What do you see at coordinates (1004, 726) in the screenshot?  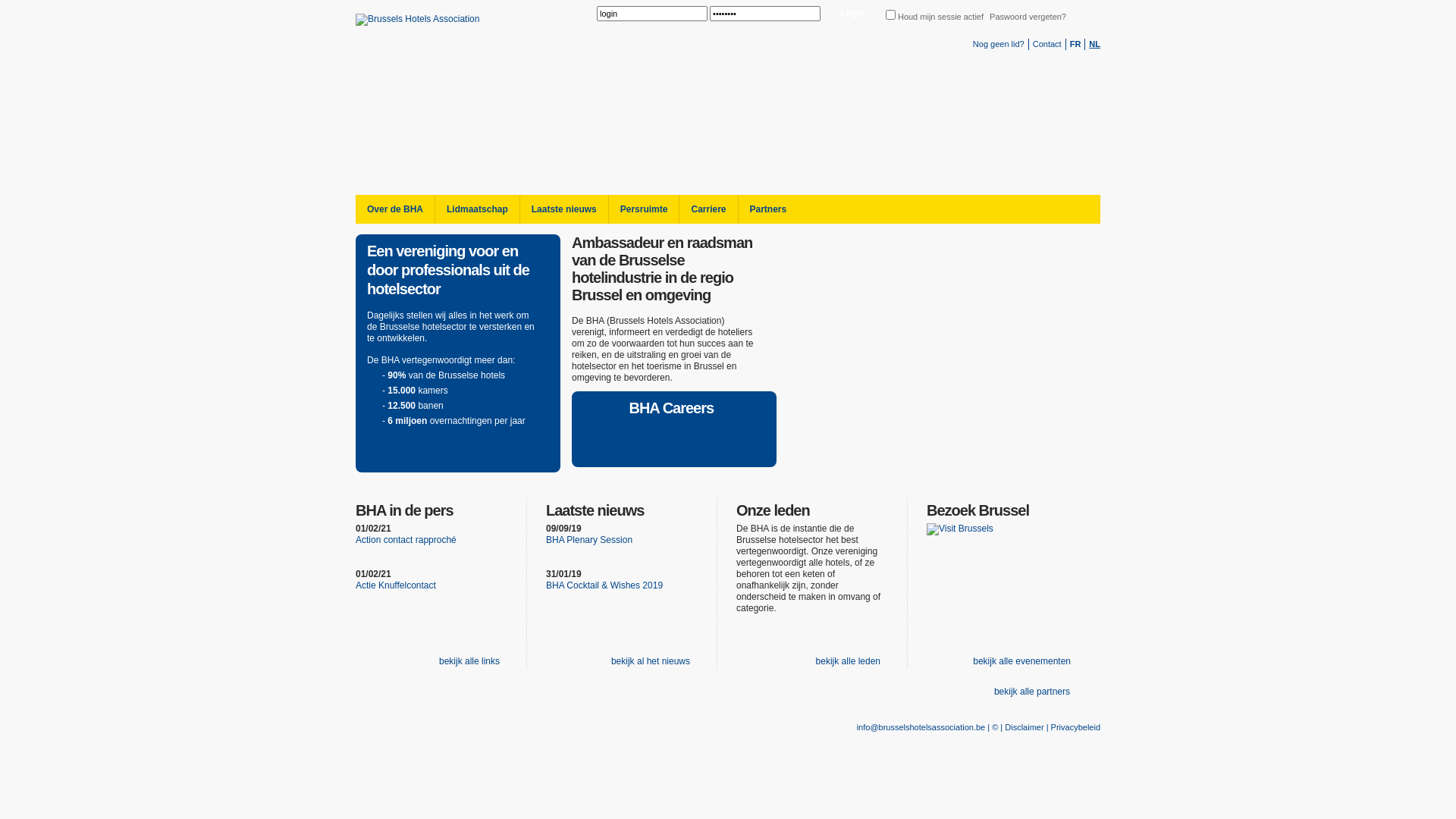 I see `'Disclaimer'` at bounding box center [1004, 726].